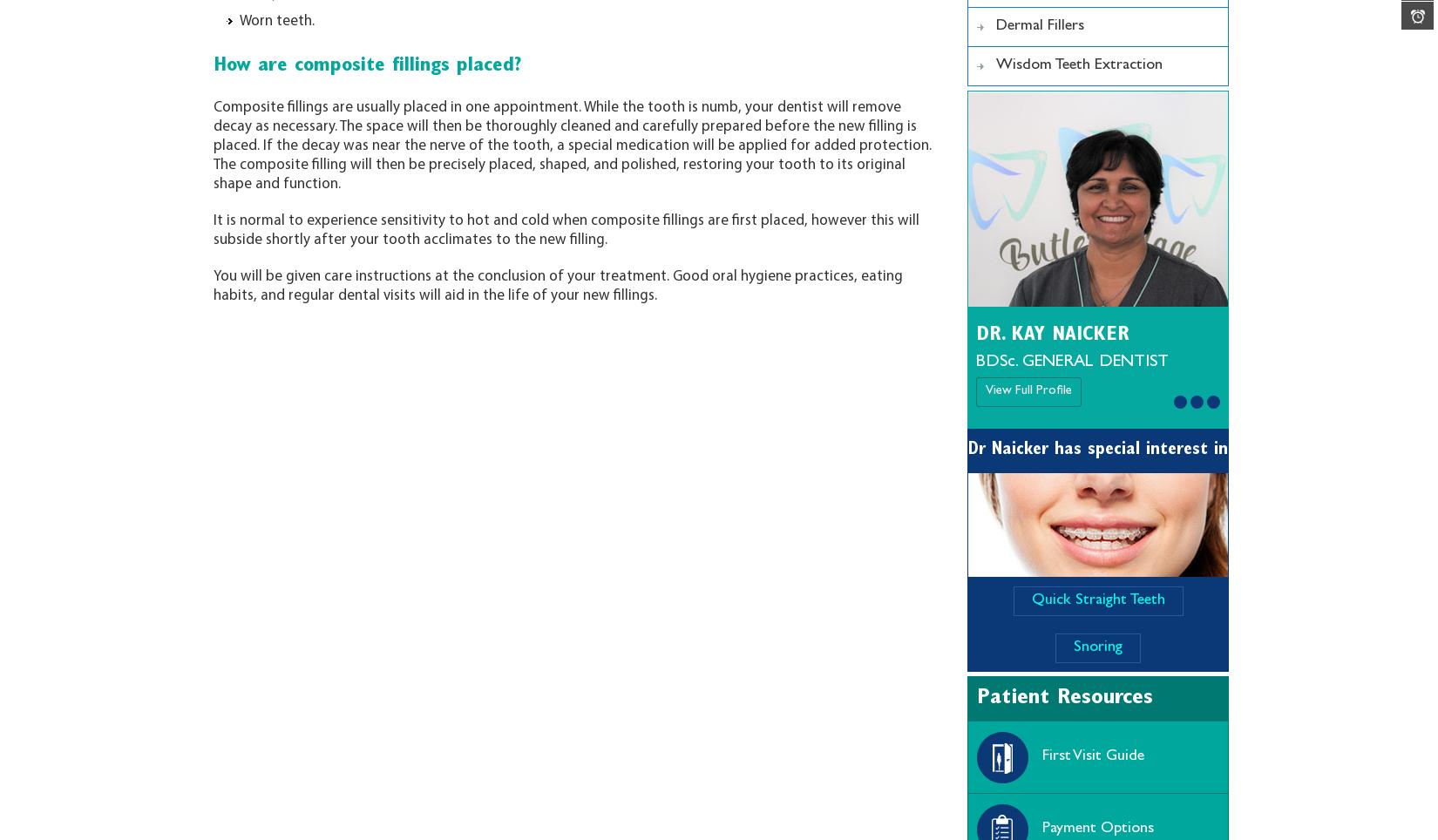  Describe the element at coordinates (1074, 647) in the screenshot. I see `'Snoring'` at that location.